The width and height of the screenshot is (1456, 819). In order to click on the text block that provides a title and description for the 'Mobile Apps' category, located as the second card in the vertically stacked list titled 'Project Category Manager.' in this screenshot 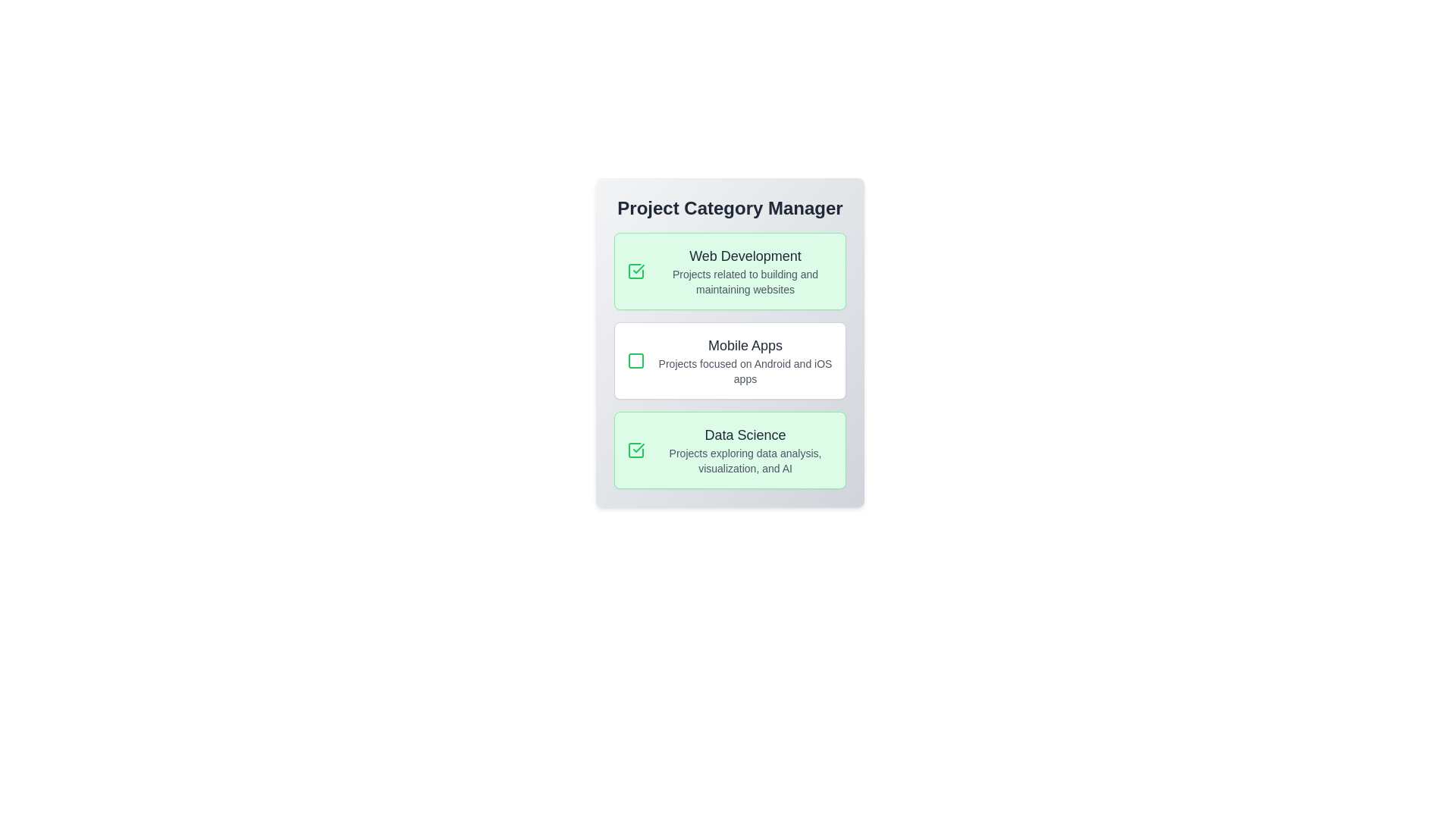, I will do `click(745, 360)`.